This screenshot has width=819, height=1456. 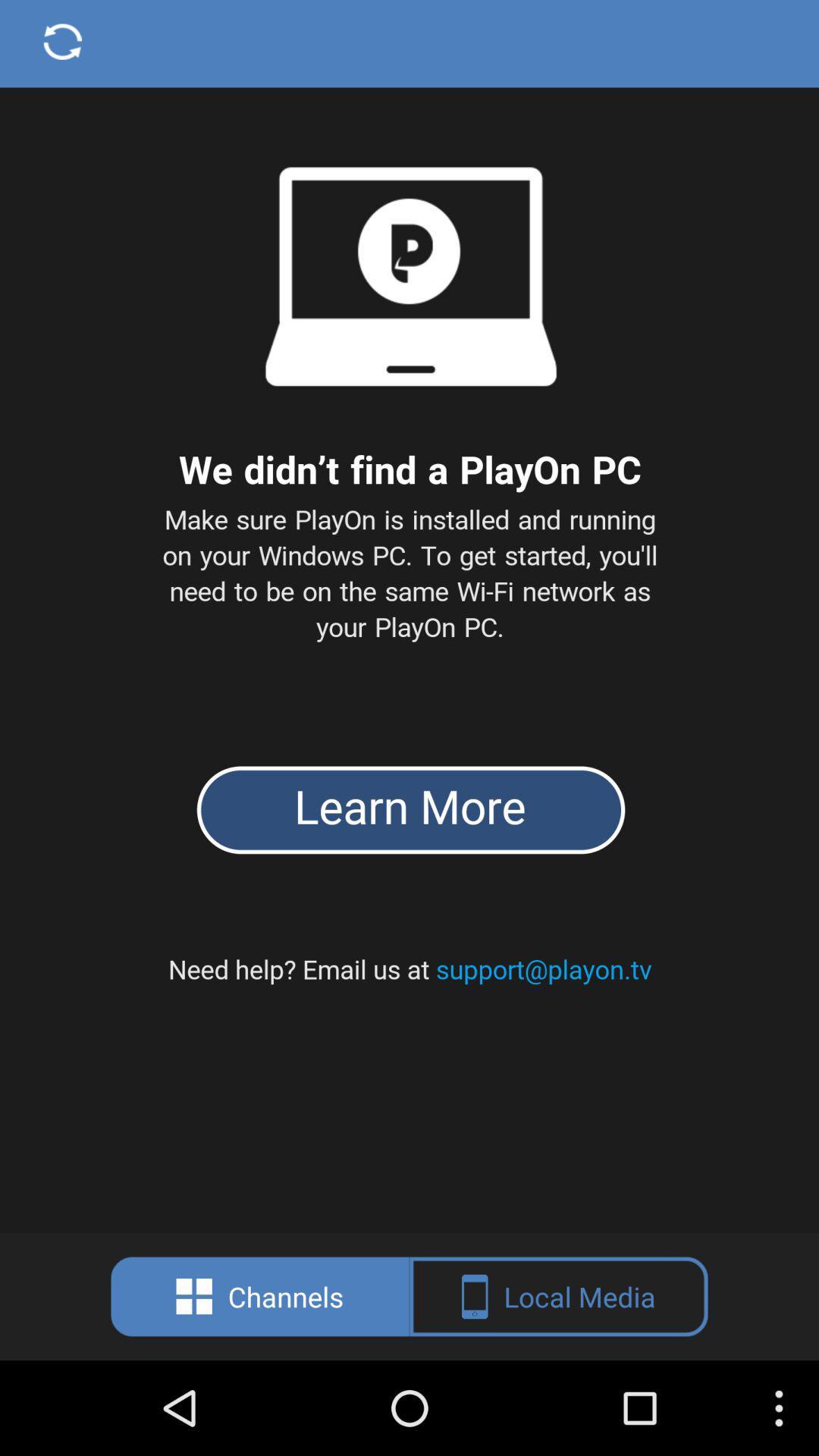 I want to click on copy text, so click(x=409, y=616).